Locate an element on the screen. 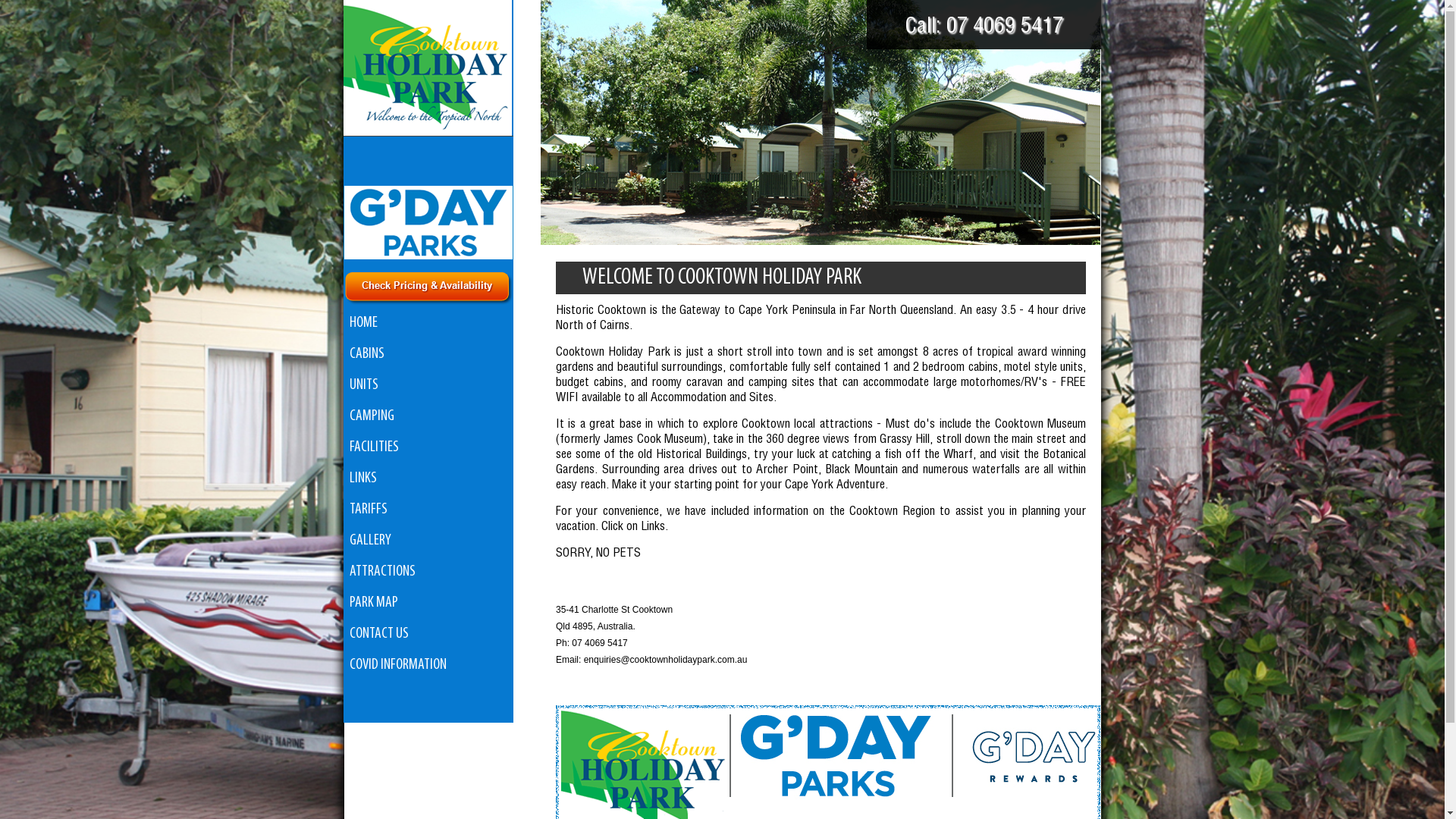  'enquiries@cooktownholidaypark.com.au' is located at coordinates (666, 659).